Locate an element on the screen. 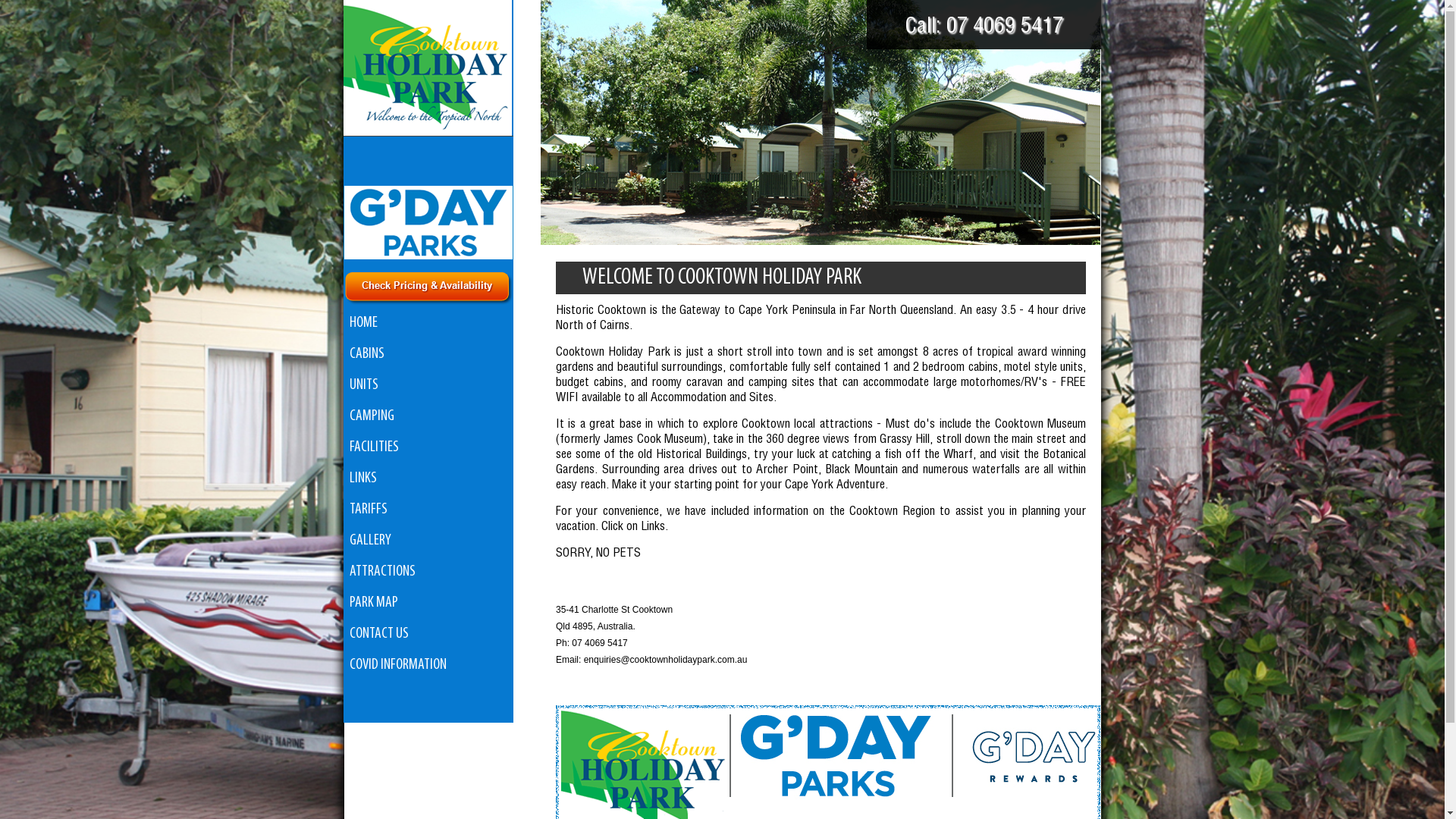  'enquiries@cooktownholidaypark.com.au' is located at coordinates (666, 659).